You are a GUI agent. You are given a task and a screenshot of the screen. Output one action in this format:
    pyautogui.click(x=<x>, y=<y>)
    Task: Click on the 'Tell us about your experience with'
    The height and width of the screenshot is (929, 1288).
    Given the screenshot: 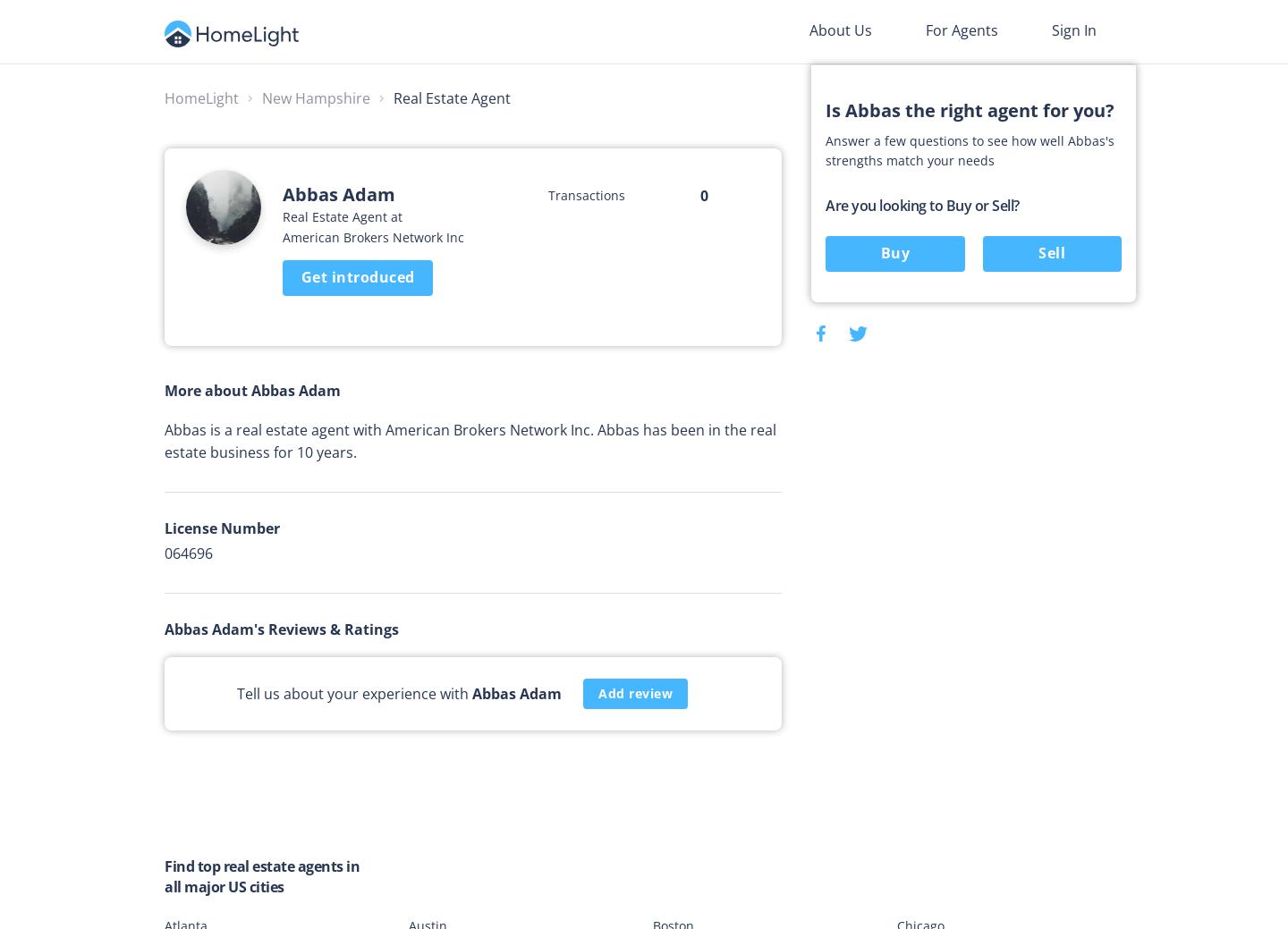 What is the action you would take?
    pyautogui.click(x=353, y=691)
    